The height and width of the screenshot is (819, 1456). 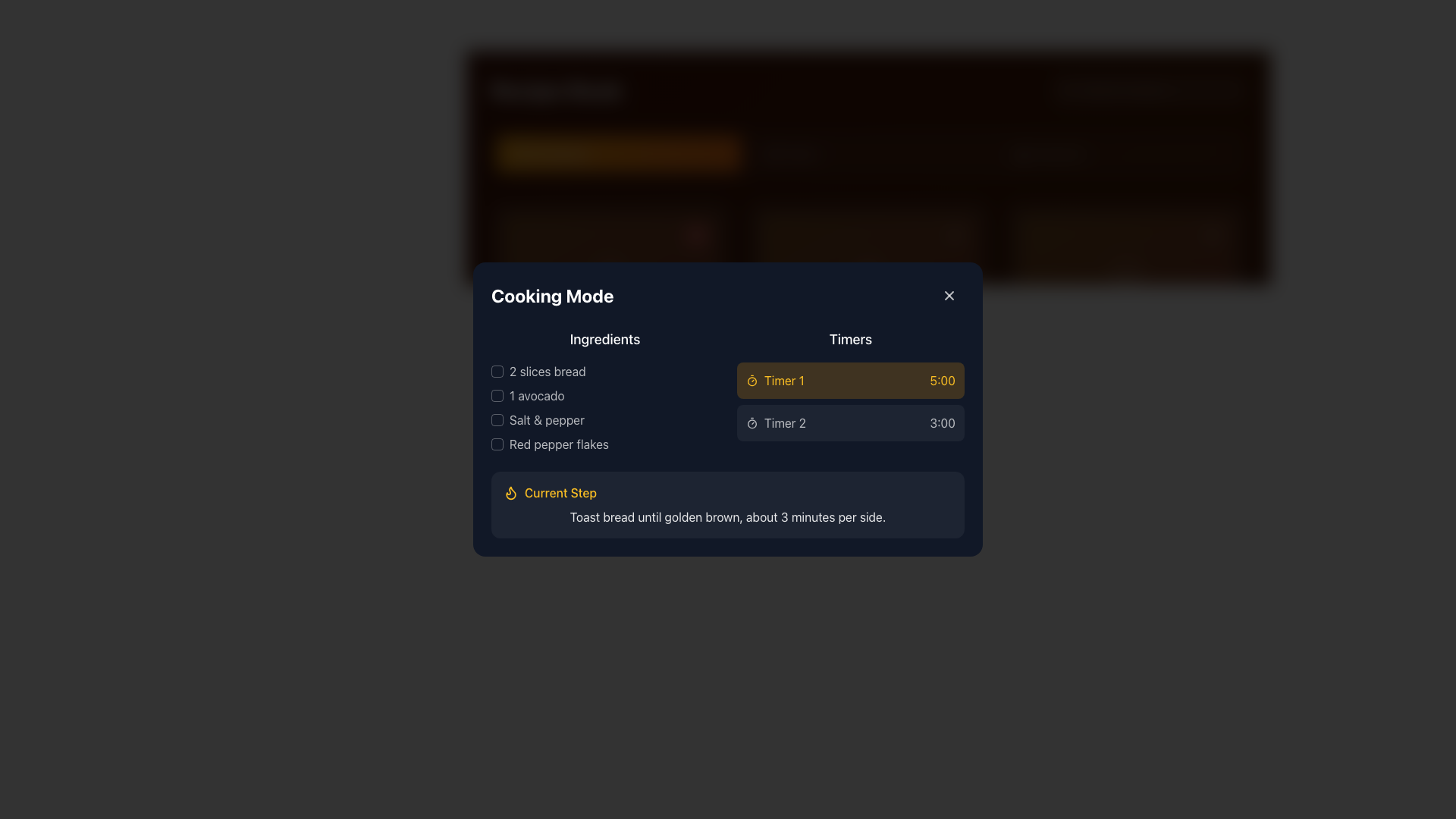 I want to click on the SVG circle that is part of the timer icon in the 'Timers' section of the 'Cooking Mode' interface, located next to 'Timer 1' and '5:00', so click(x=752, y=380).